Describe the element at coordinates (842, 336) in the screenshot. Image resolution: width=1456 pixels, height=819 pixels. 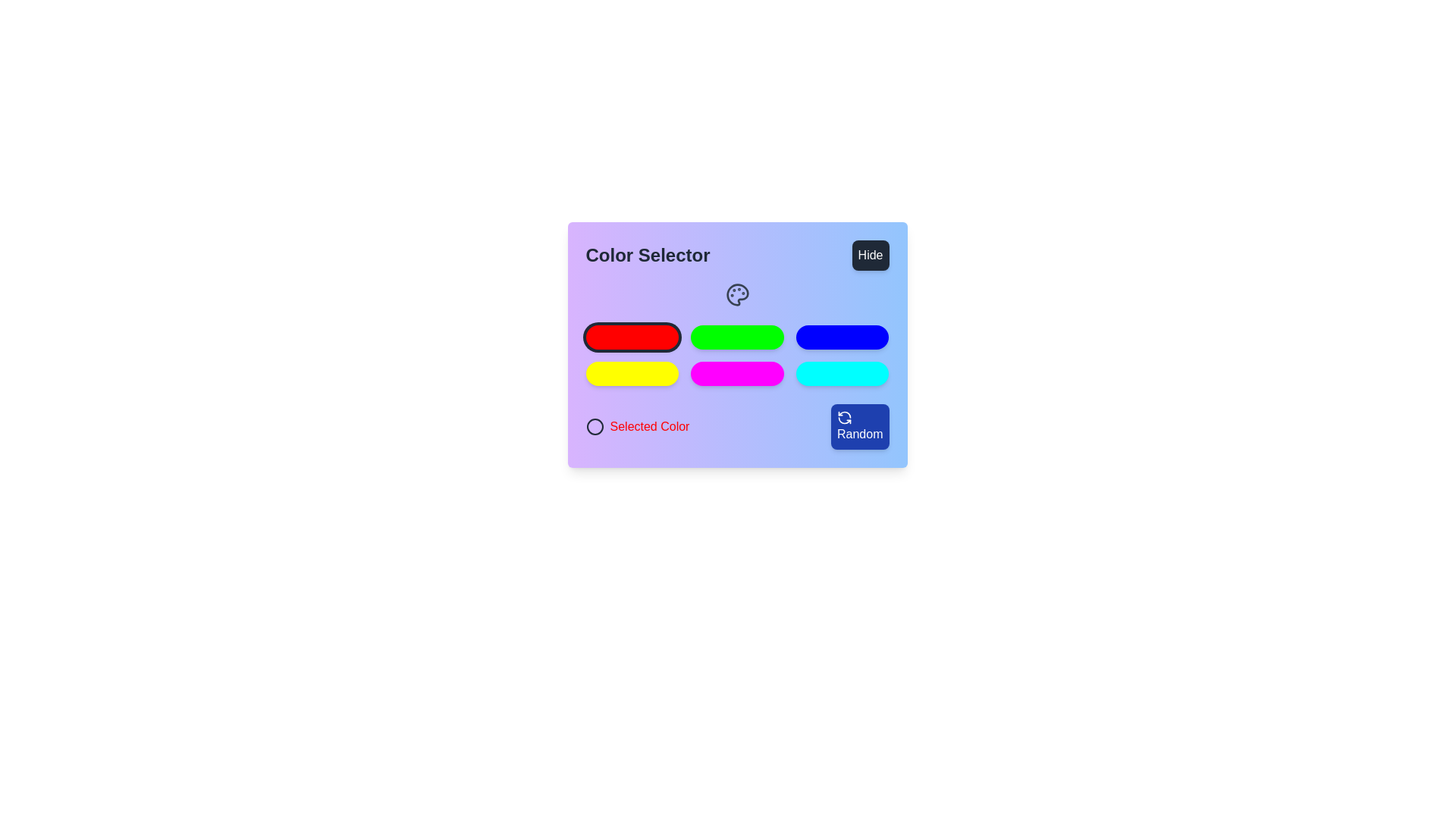
I see `the blue rounded rectangular button located in the first row, third column of the grid` at that location.